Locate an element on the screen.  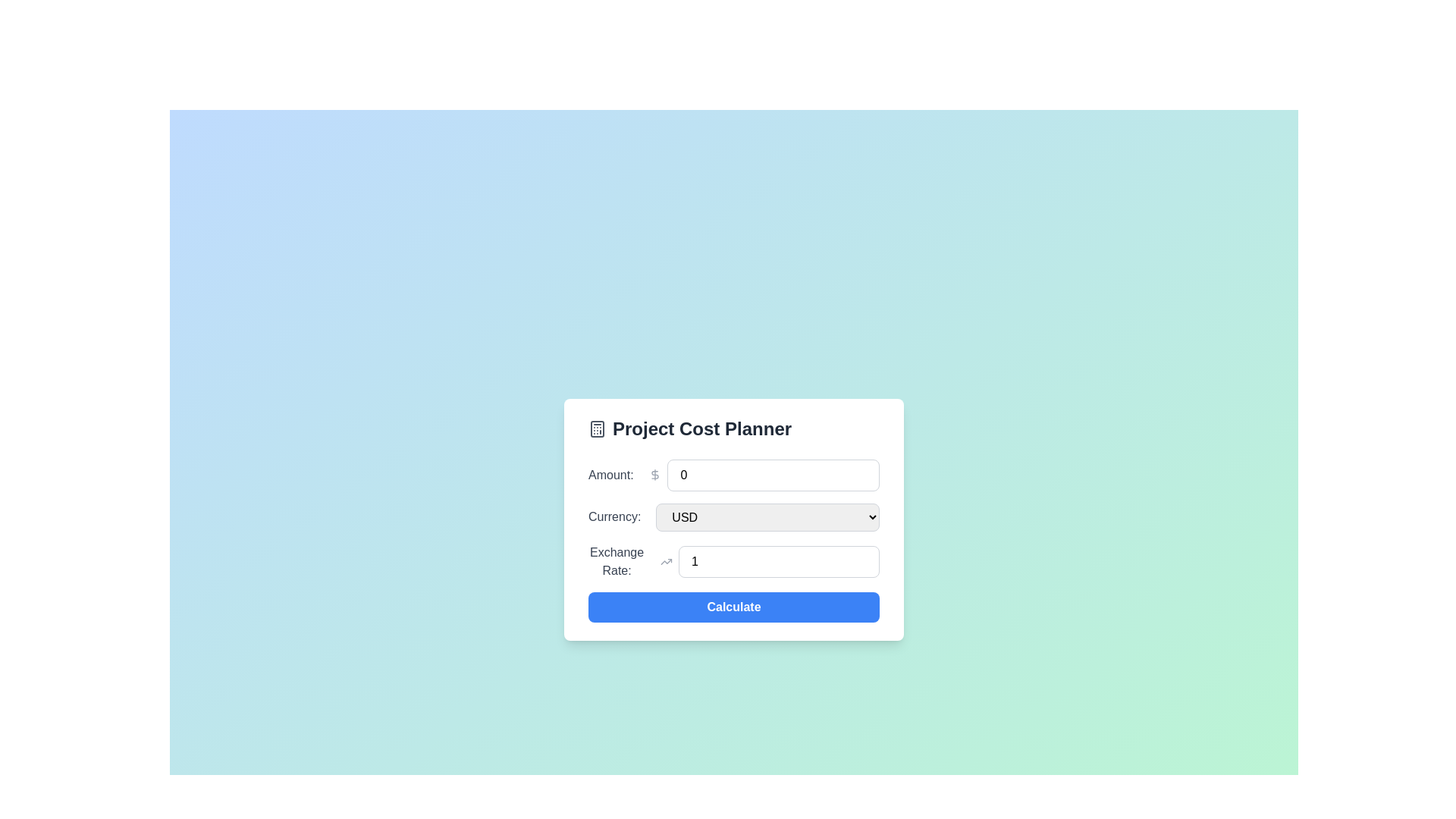
the rectangular graphical element that represents a calculator or tool related to cost planning, located beside the title 'Project Cost Planner' at the top of the widget is located at coordinates (596, 428).